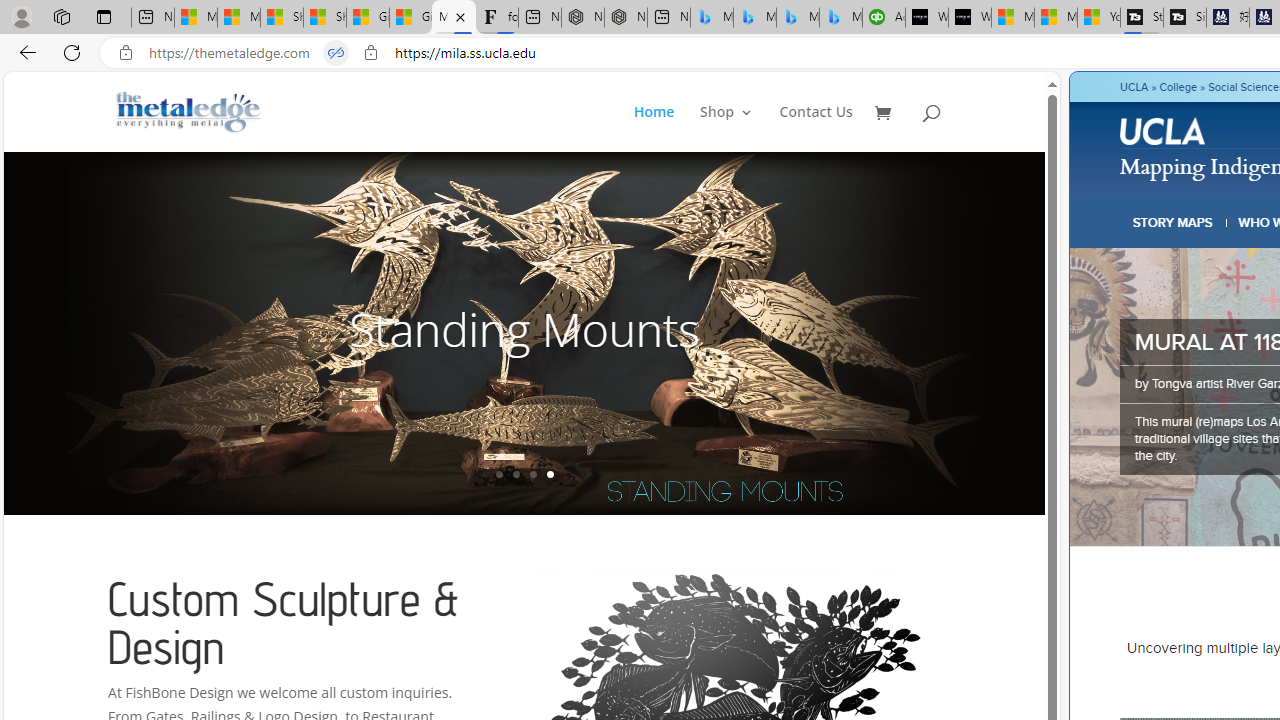  I want to click on '4', so click(550, 474).